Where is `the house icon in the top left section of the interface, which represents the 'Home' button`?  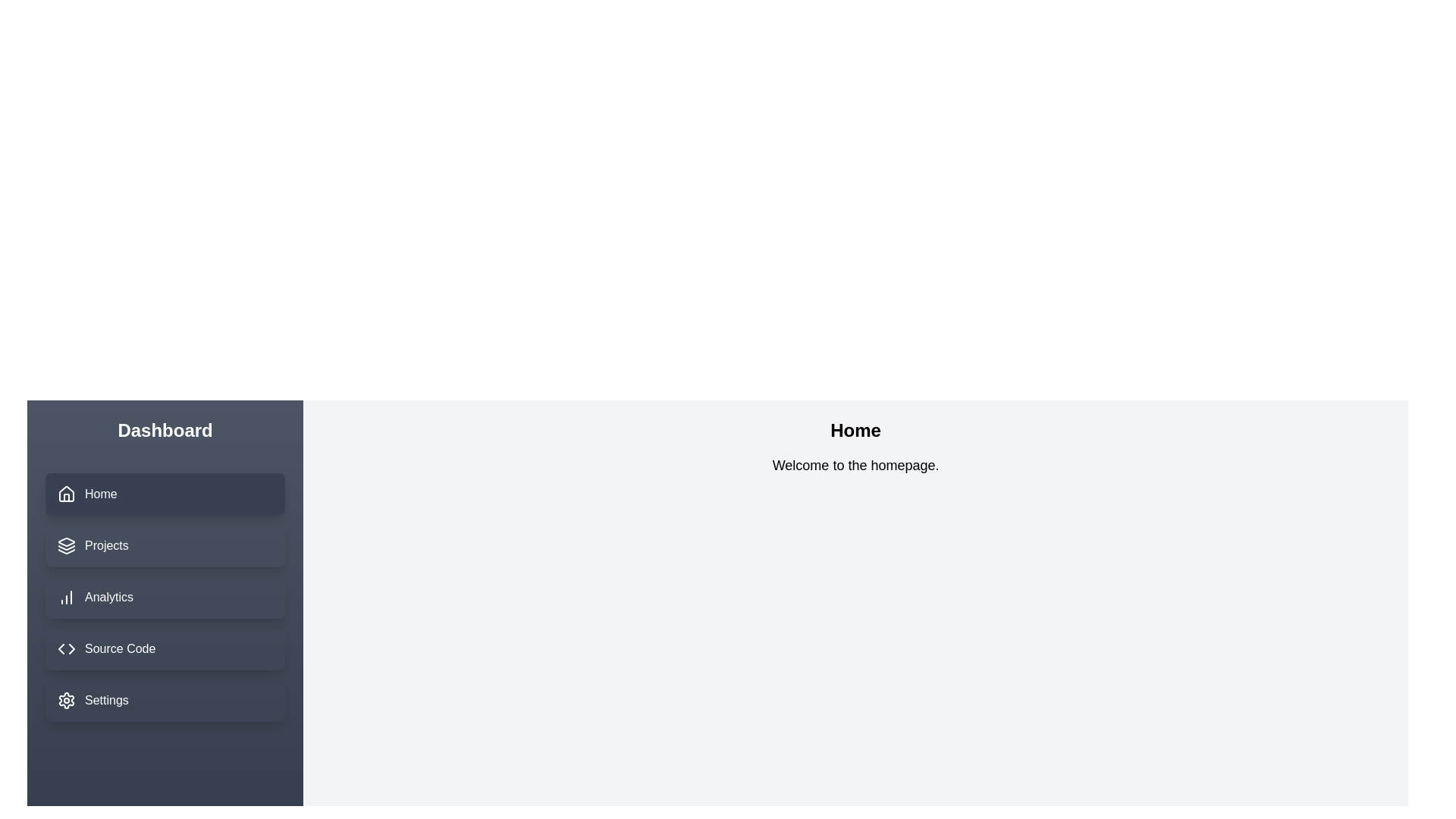 the house icon in the top left section of the interface, which represents the 'Home' button is located at coordinates (65, 494).